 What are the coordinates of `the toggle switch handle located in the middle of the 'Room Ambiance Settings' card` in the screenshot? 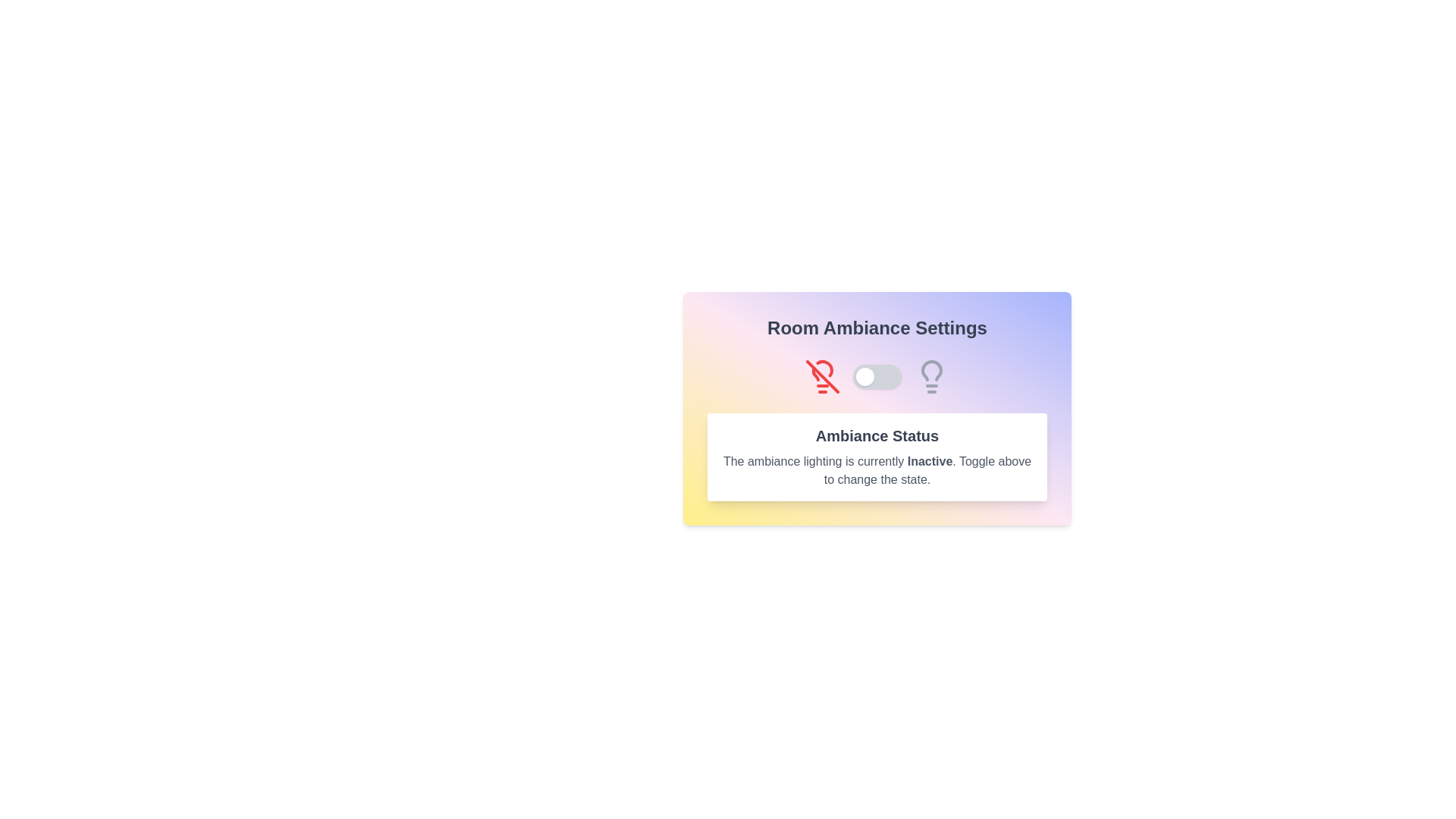 It's located at (865, 376).